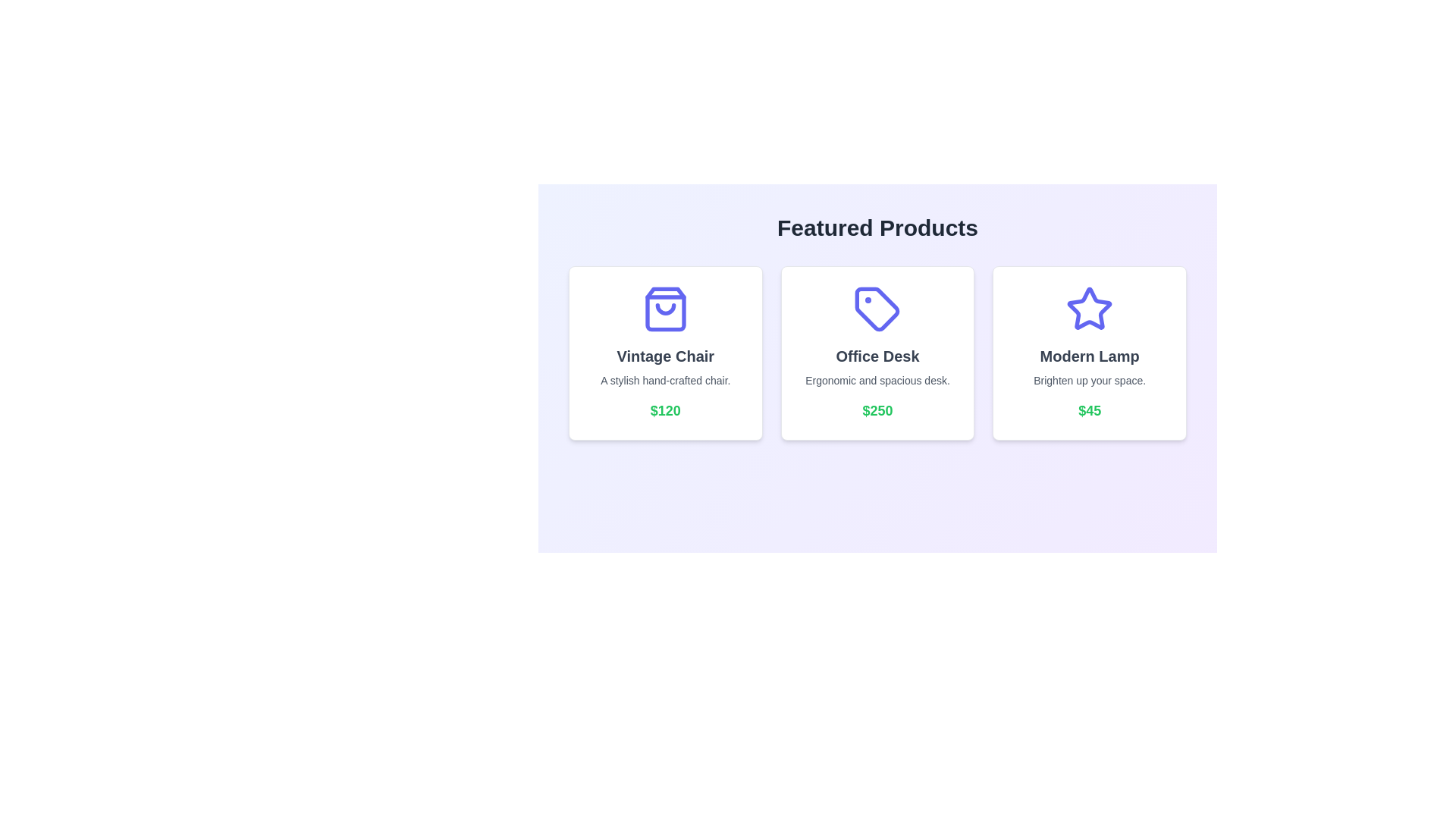 The width and height of the screenshot is (1456, 819). I want to click on product details displayed on the first Card component in the horizontal list, which contains text and image information about the product, so click(665, 353).